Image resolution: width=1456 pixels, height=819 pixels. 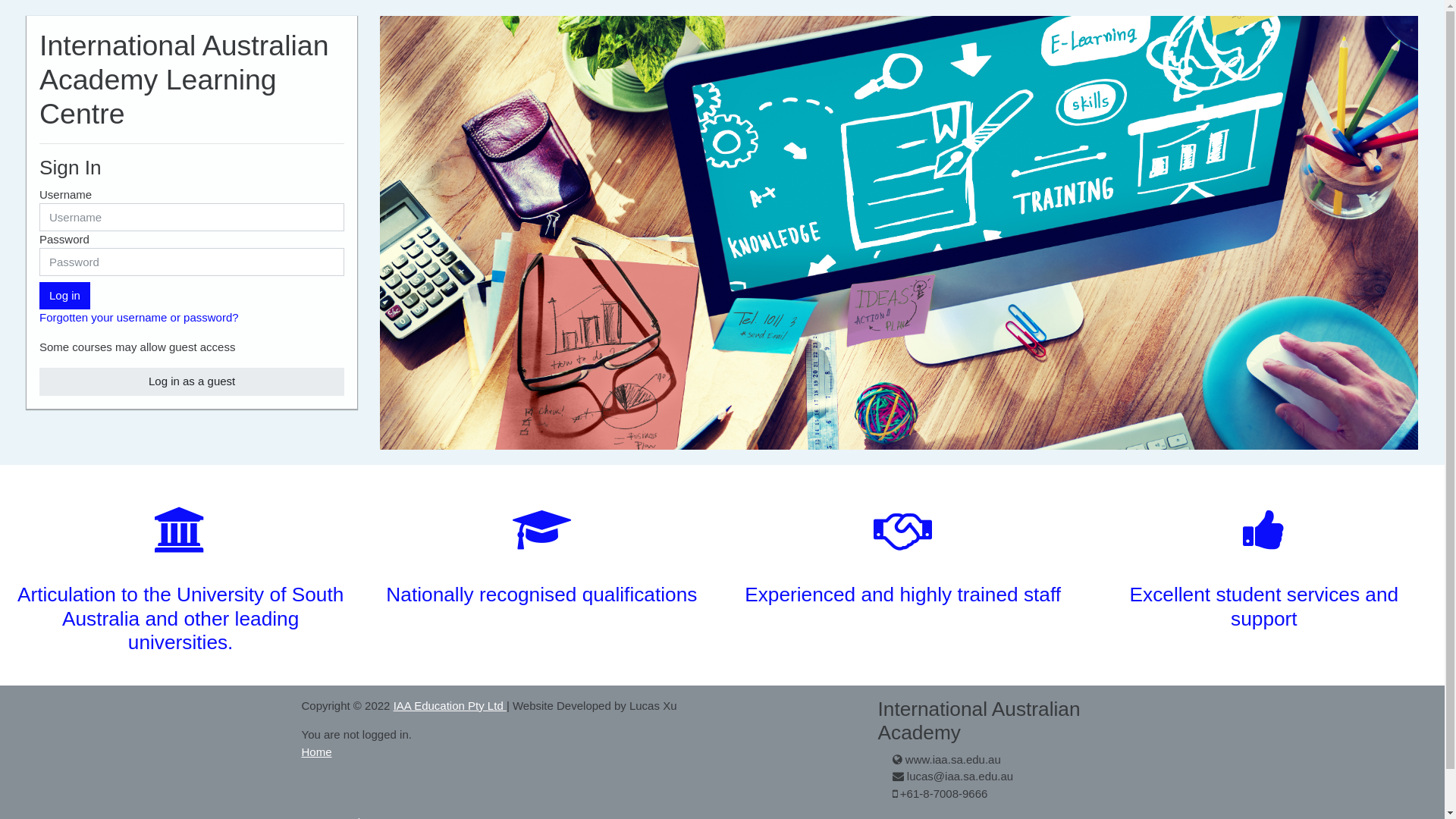 What do you see at coordinates (139, 316) in the screenshot?
I see `'Forgotten your username or password?'` at bounding box center [139, 316].